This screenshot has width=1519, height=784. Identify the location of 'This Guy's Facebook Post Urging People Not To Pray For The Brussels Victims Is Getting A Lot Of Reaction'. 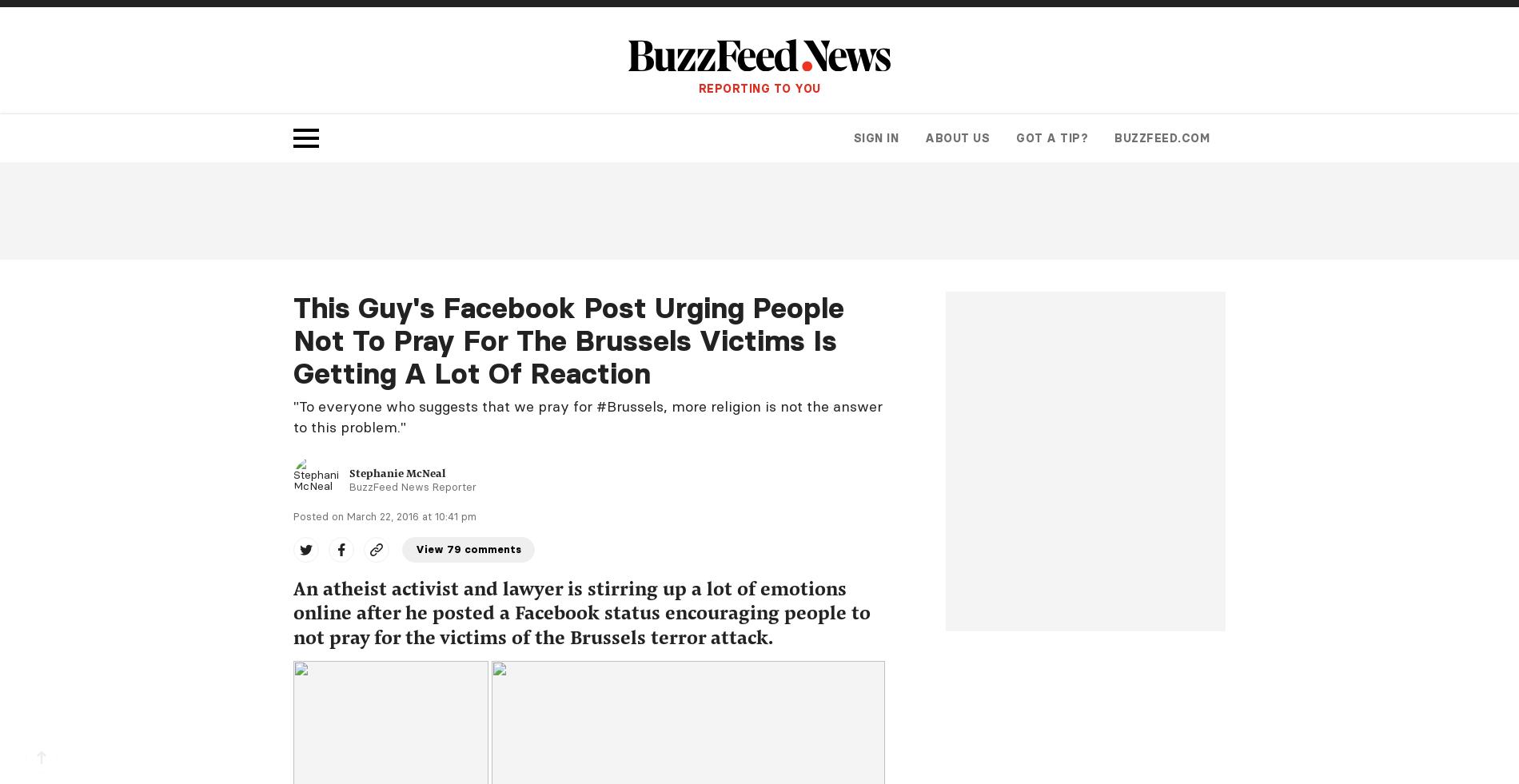
(568, 339).